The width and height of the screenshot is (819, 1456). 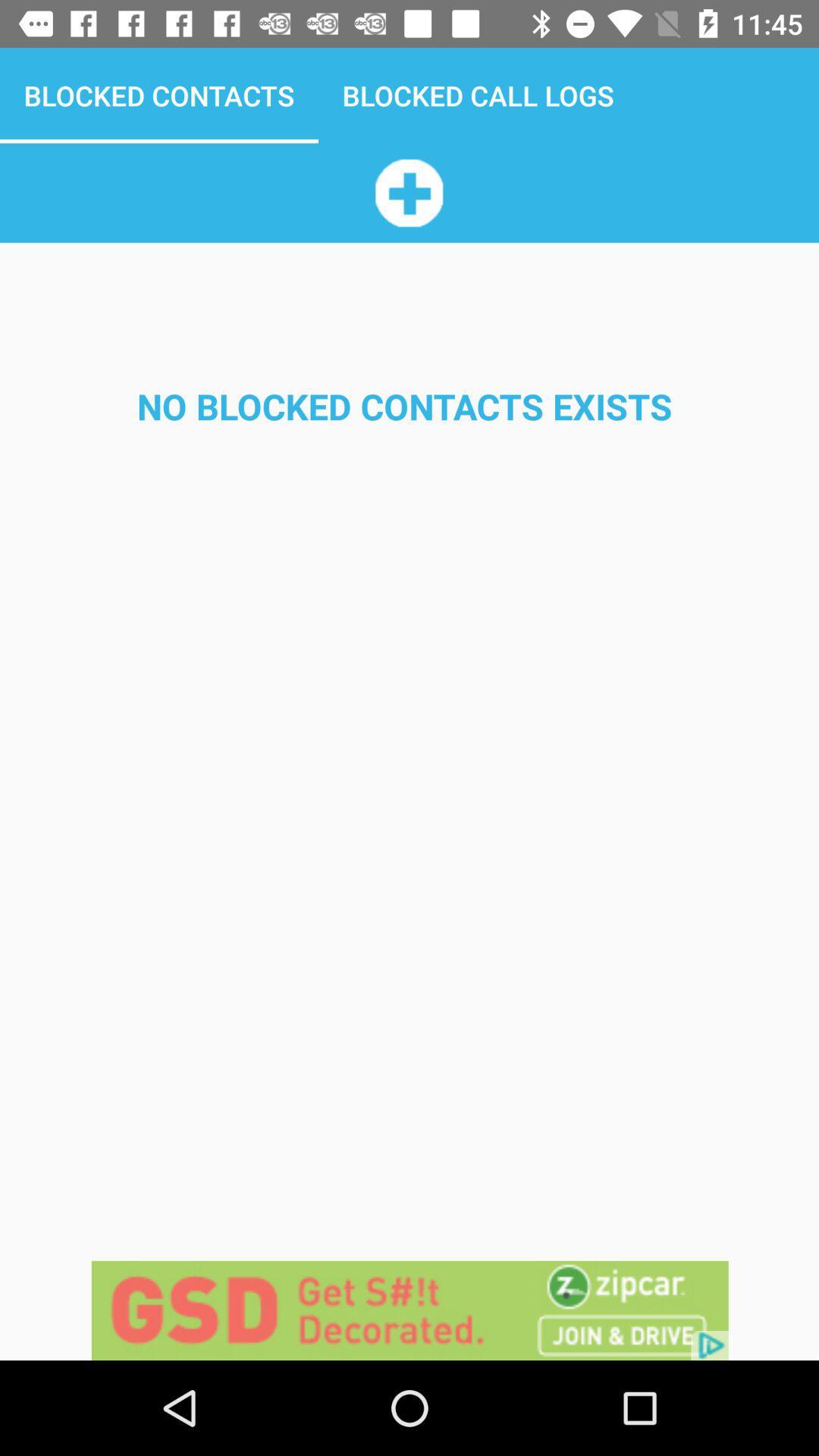 What do you see at coordinates (408, 192) in the screenshot?
I see `advertisement account` at bounding box center [408, 192].